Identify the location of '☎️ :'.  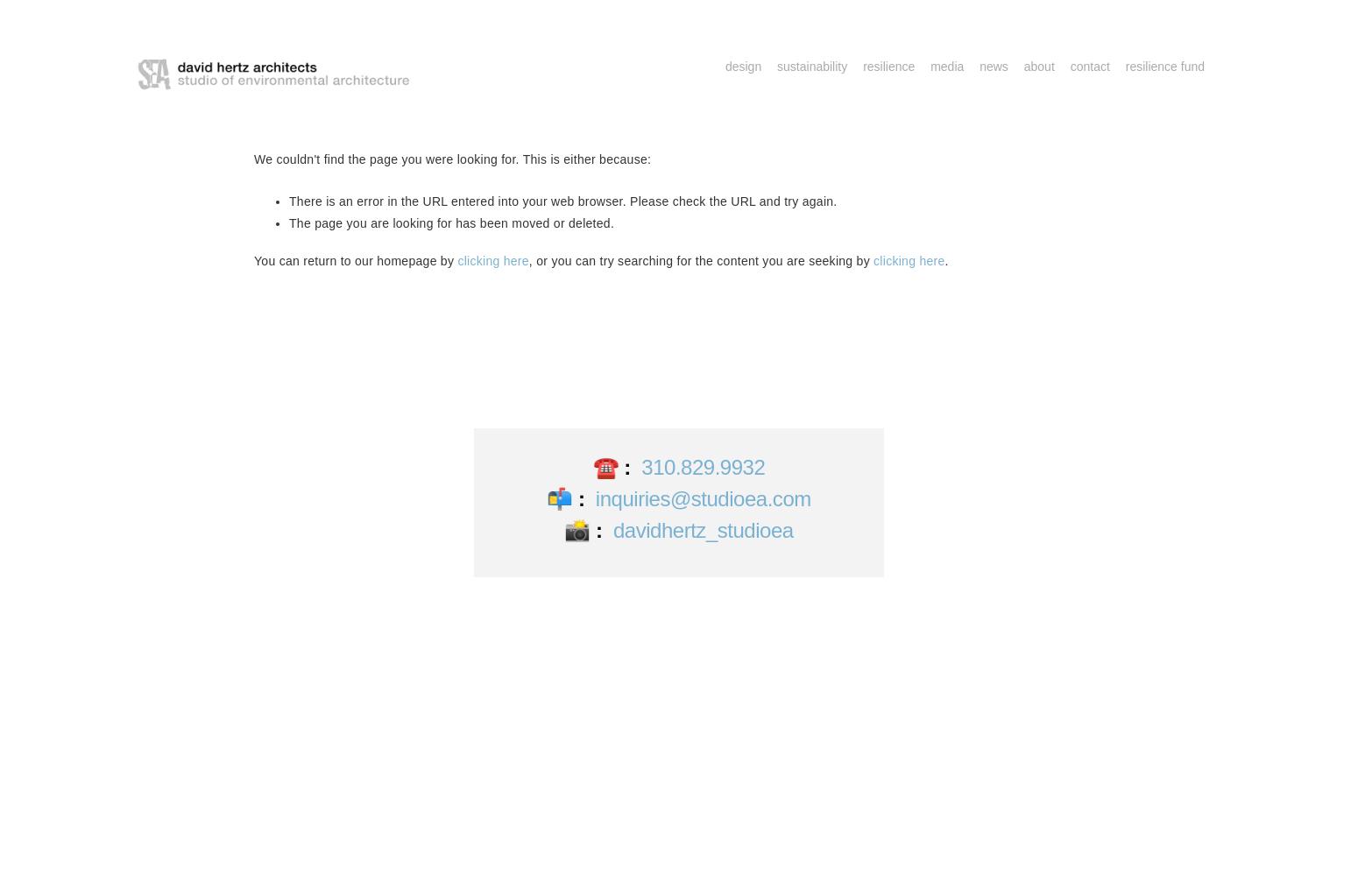
(591, 465).